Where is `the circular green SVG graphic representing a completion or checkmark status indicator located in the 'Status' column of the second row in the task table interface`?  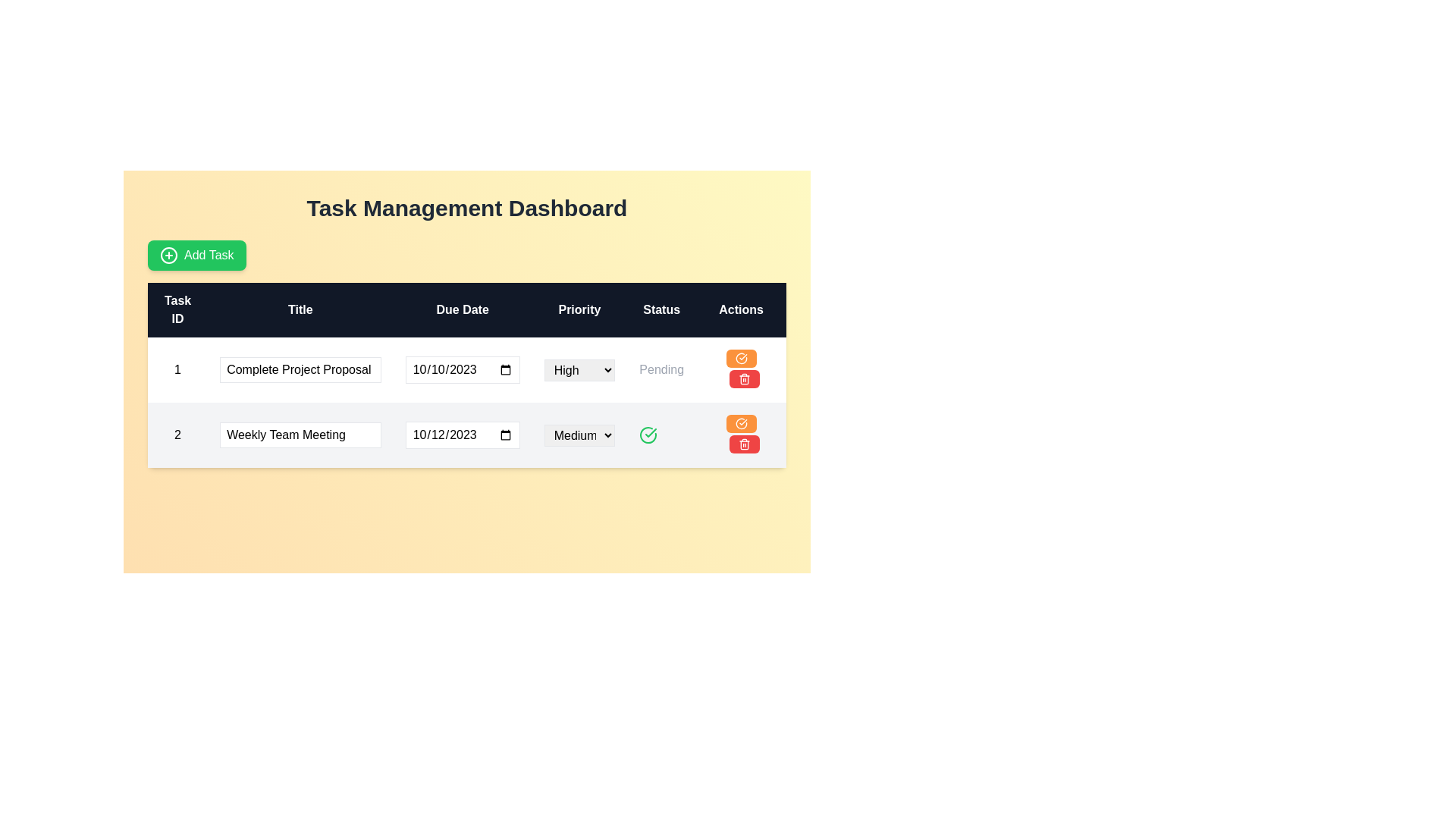
the circular green SVG graphic representing a completion or checkmark status indicator located in the 'Status' column of the second row in the task table interface is located at coordinates (741, 424).